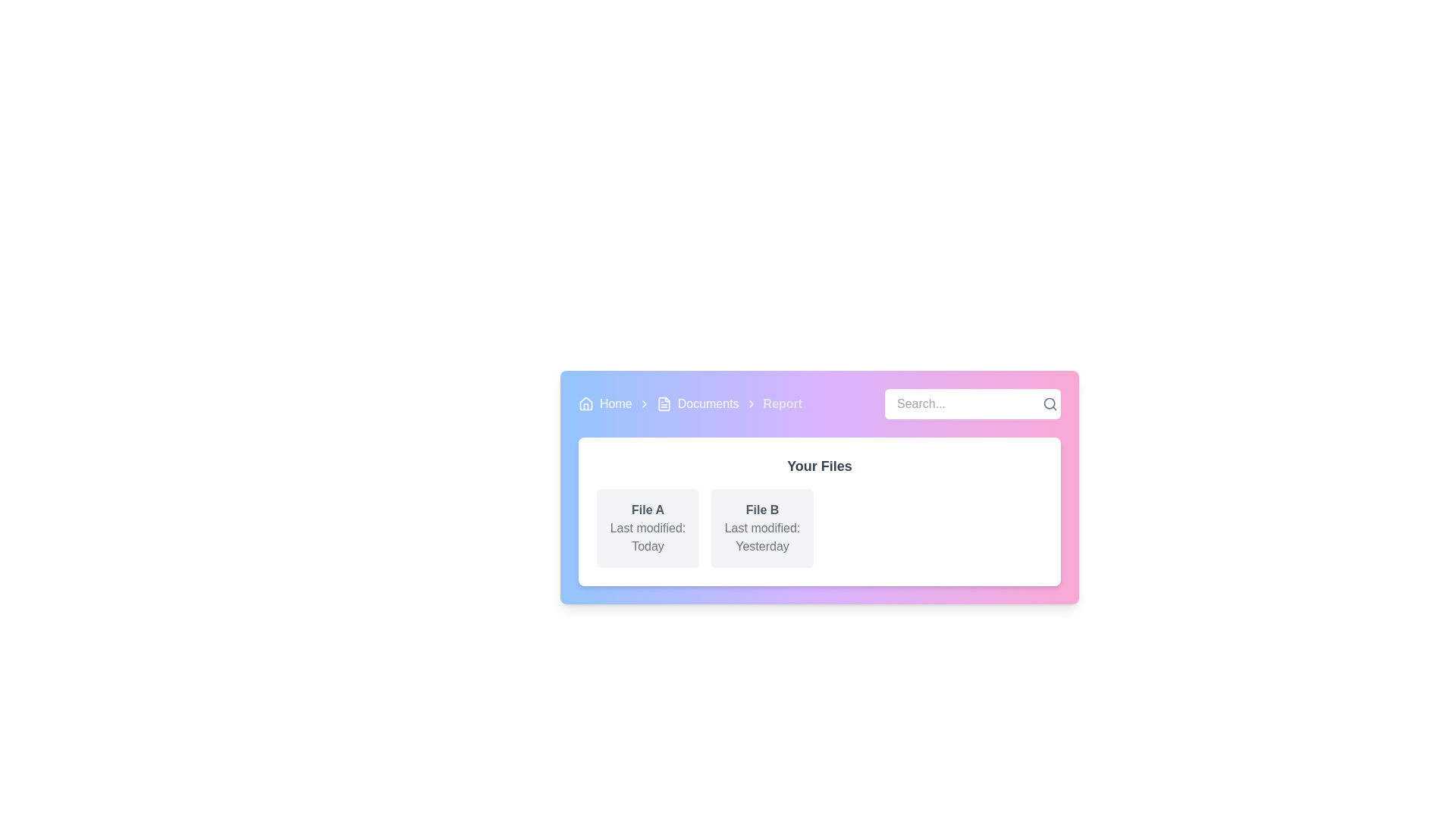 The image size is (1456, 819). I want to click on the 'Documents' text link, which is styled with a light-blue and pink gradient and shows an underline effect on hover, located in the upper breadcrumb navigation between 'Home' and 'Report', so click(708, 403).